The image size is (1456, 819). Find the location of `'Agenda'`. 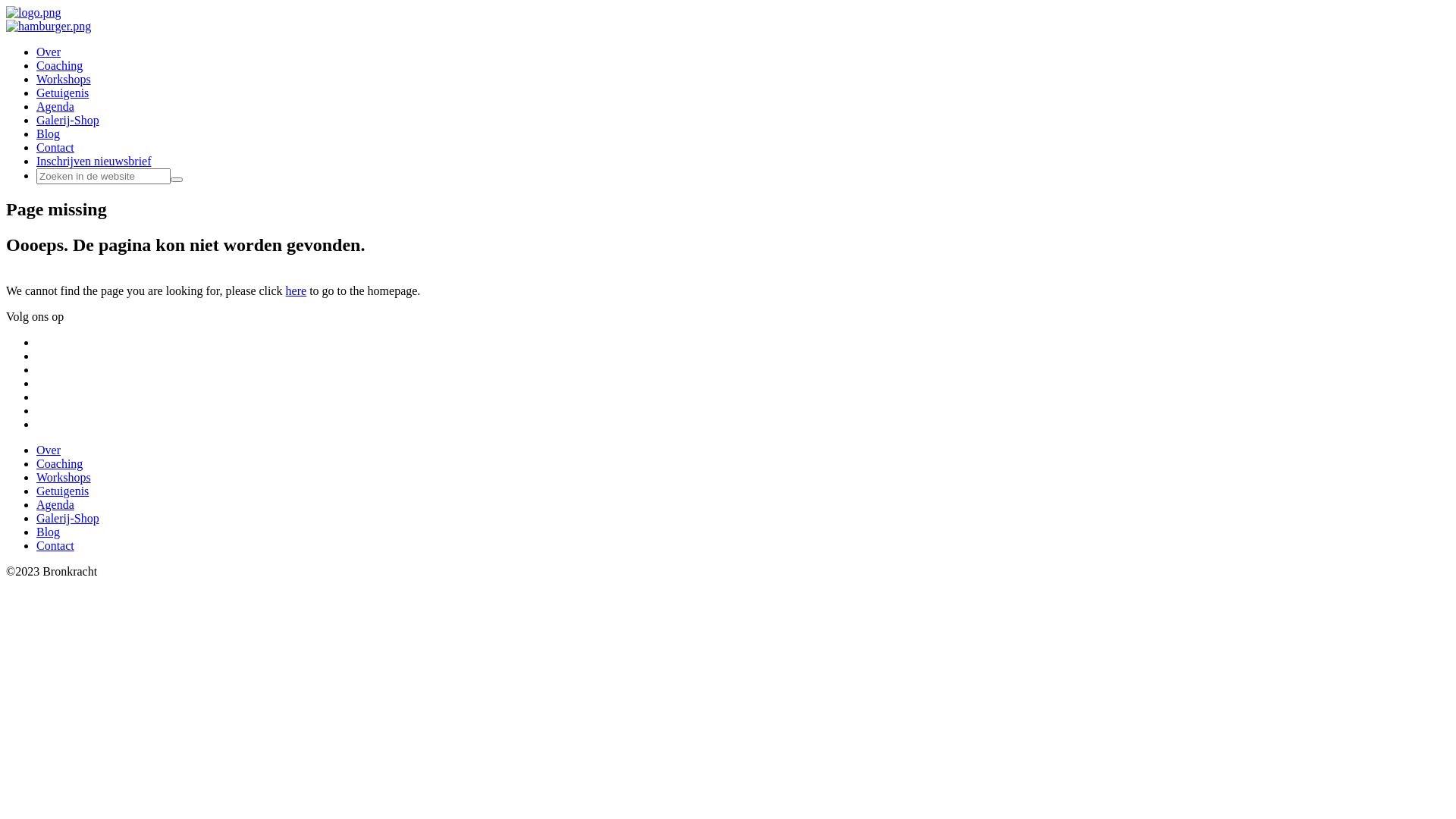

'Agenda' is located at coordinates (55, 105).